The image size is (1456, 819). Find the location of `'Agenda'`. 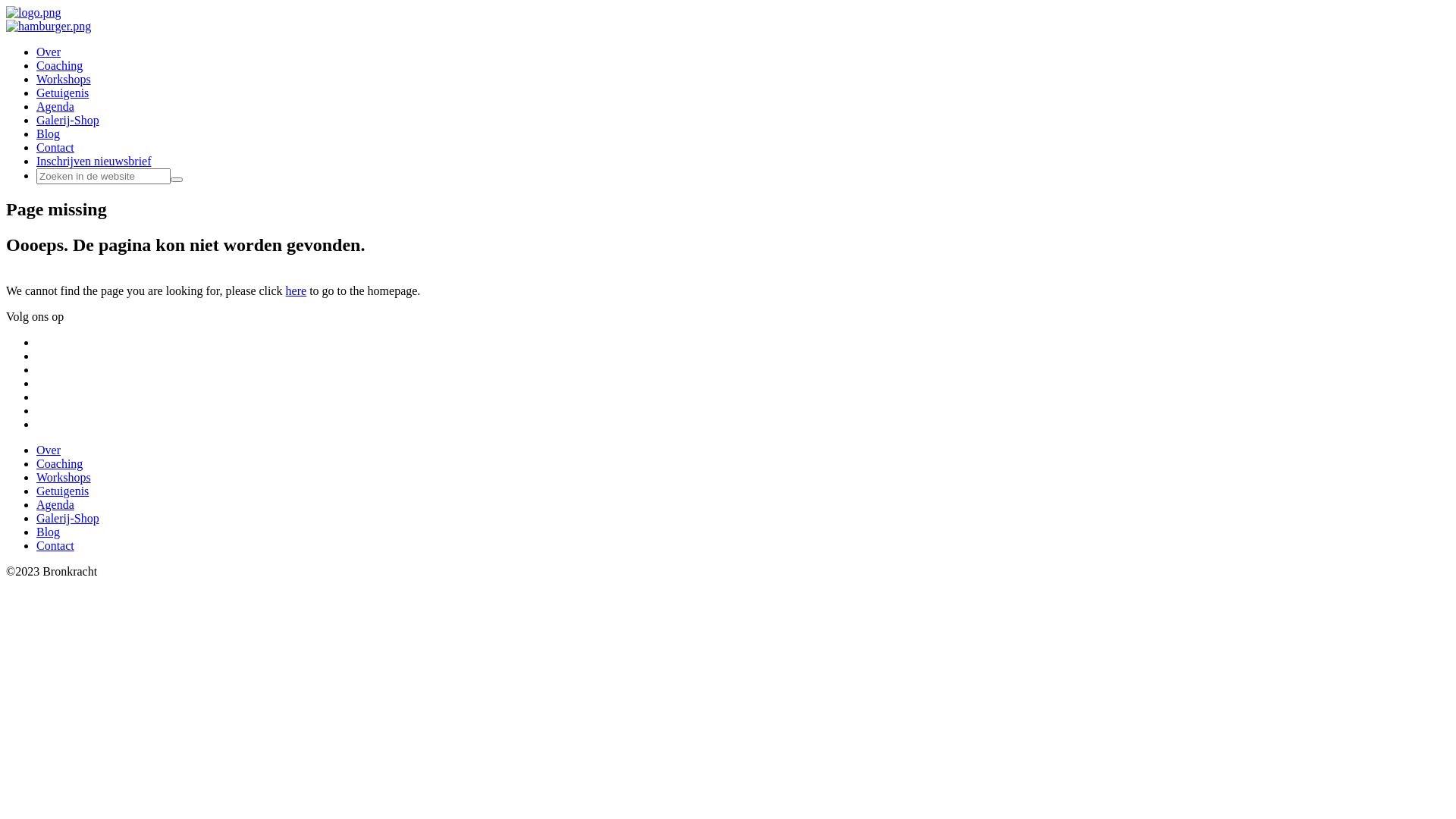

'Agenda' is located at coordinates (55, 105).